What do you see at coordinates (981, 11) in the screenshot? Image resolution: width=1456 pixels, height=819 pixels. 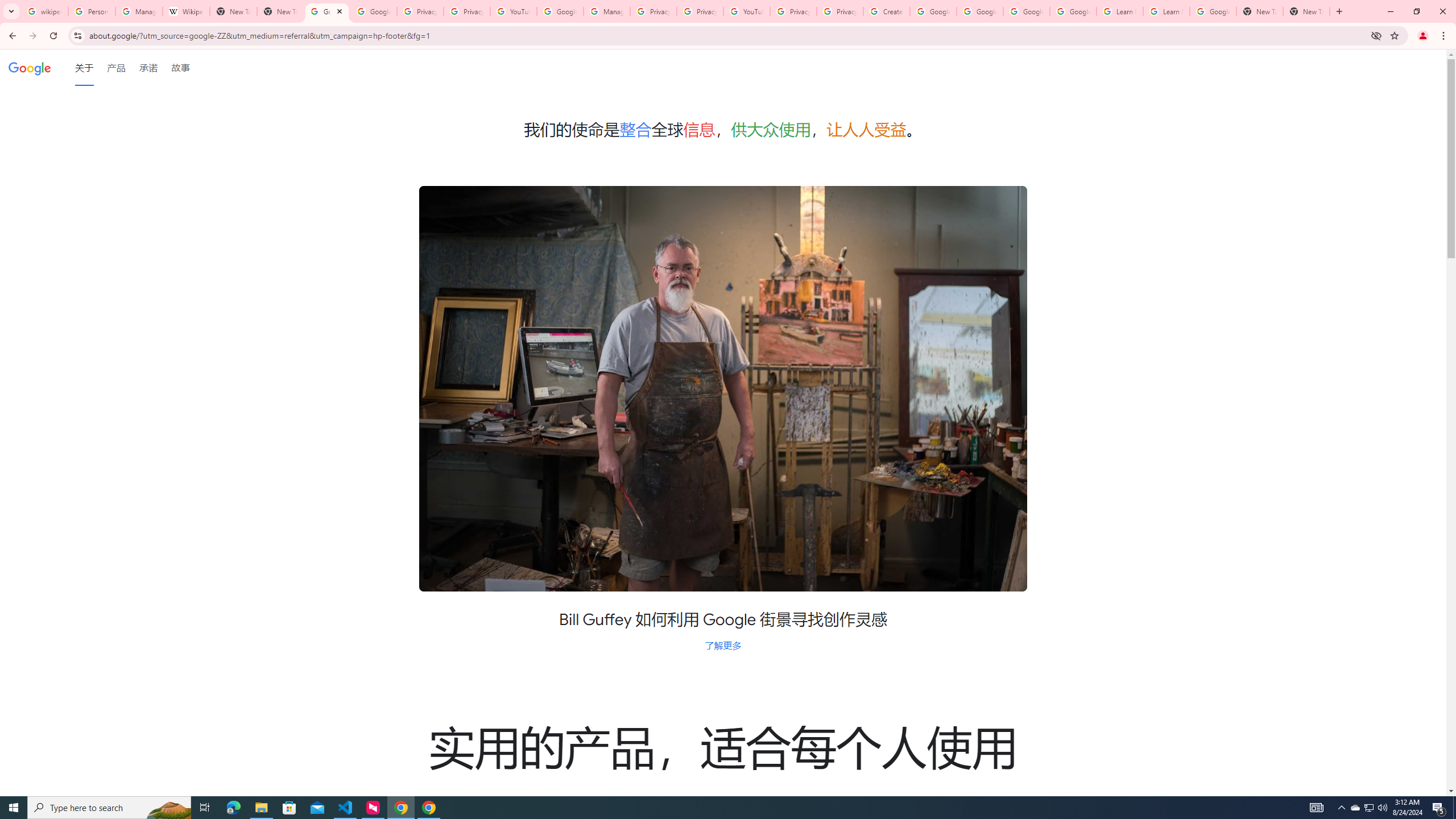 I see `'Google Account Help'` at bounding box center [981, 11].